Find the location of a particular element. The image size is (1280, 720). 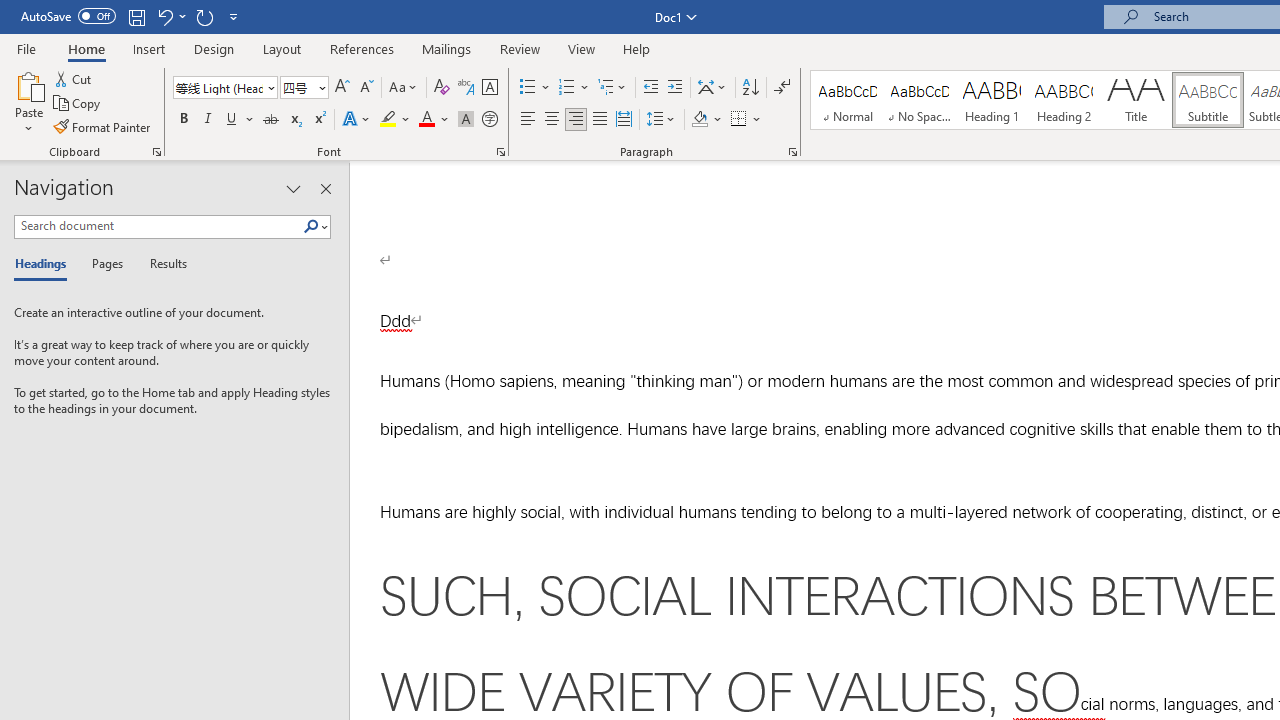

'Headings' is located at coordinates (45, 264).